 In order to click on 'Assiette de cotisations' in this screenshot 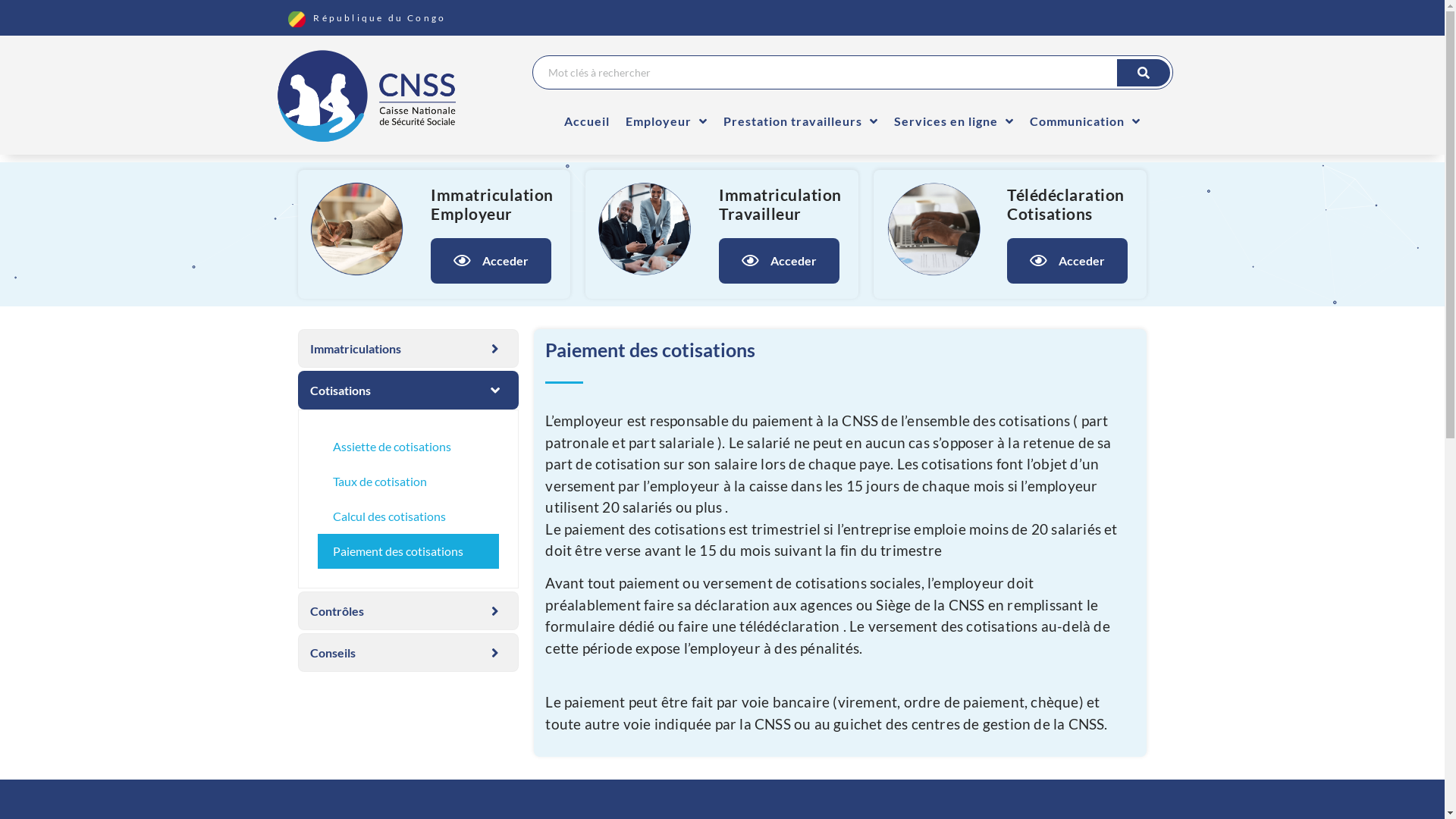, I will do `click(315, 446)`.